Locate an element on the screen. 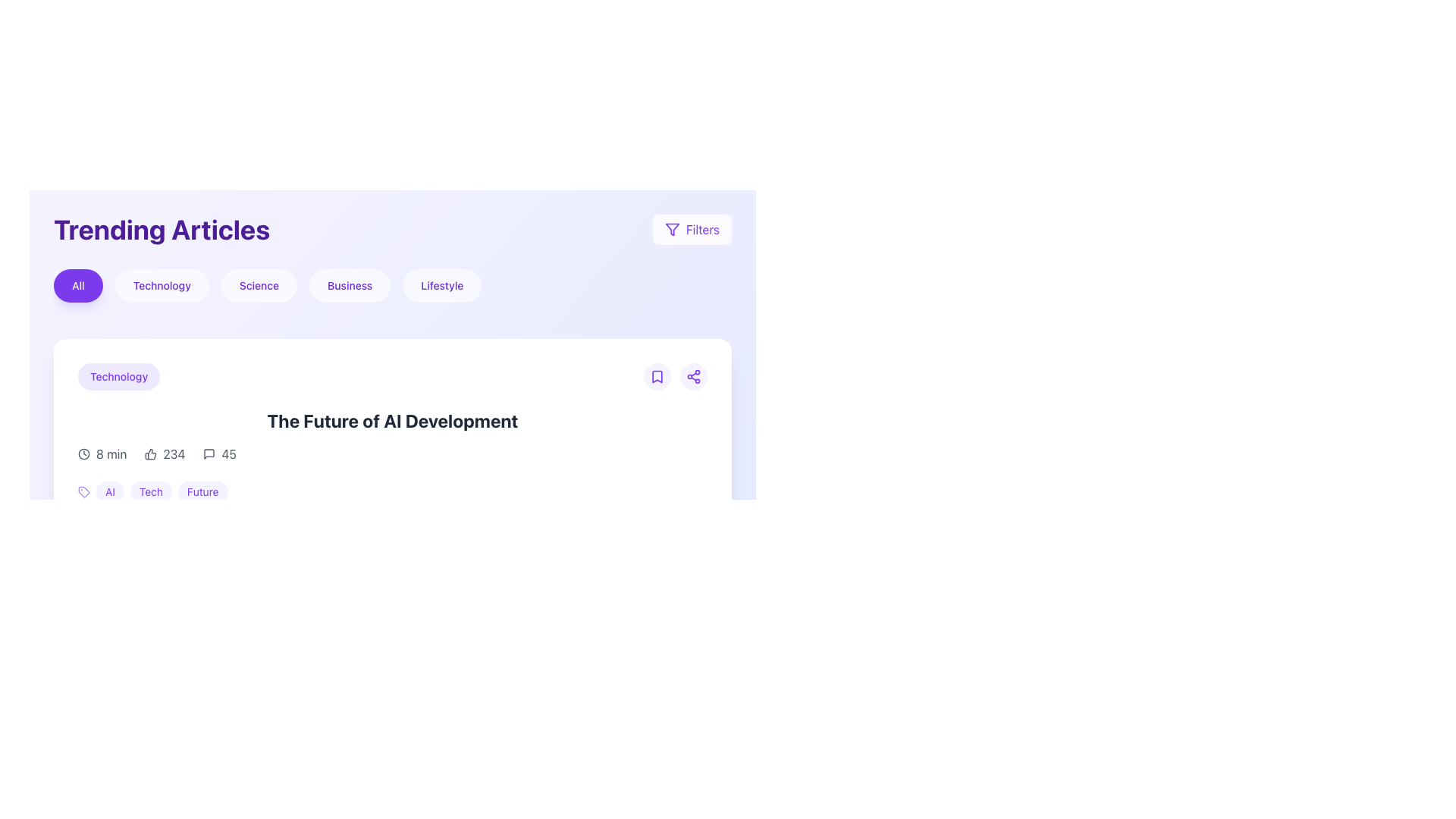  the 'Business' button, which is the fourth button from the left in the row below 'Trending Articles', distinguished by violet text on a white rounded background is located at coordinates (349, 286).